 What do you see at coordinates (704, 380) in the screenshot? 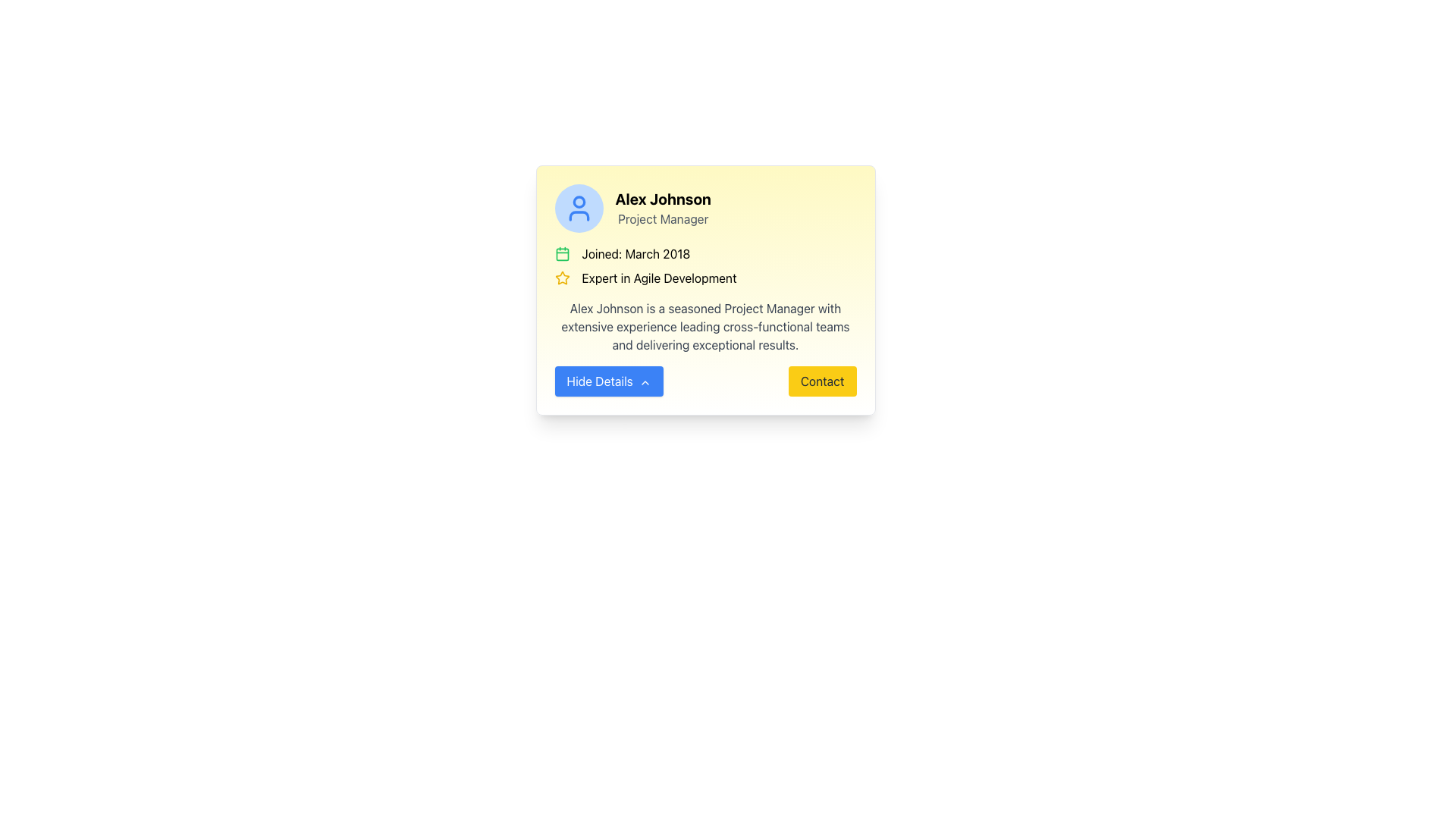
I see `the design space or layout spacer located between the 'Hide Details' and 'Contact' buttons within the card component` at bounding box center [704, 380].